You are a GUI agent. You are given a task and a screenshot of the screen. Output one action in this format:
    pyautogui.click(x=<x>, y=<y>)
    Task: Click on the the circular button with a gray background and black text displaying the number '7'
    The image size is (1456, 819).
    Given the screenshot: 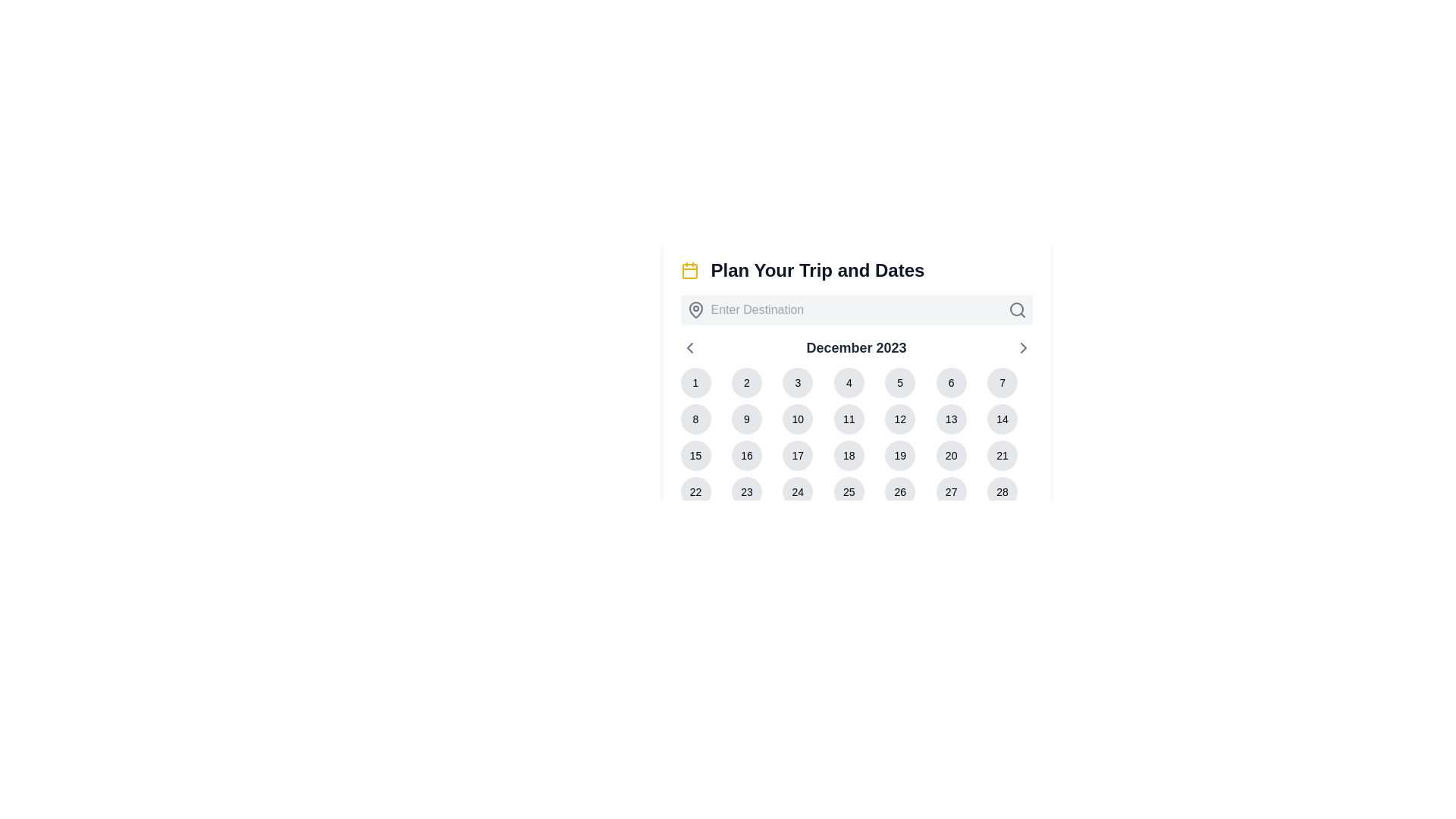 What is the action you would take?
    pyautogui.click(x=1002, y=382)
    